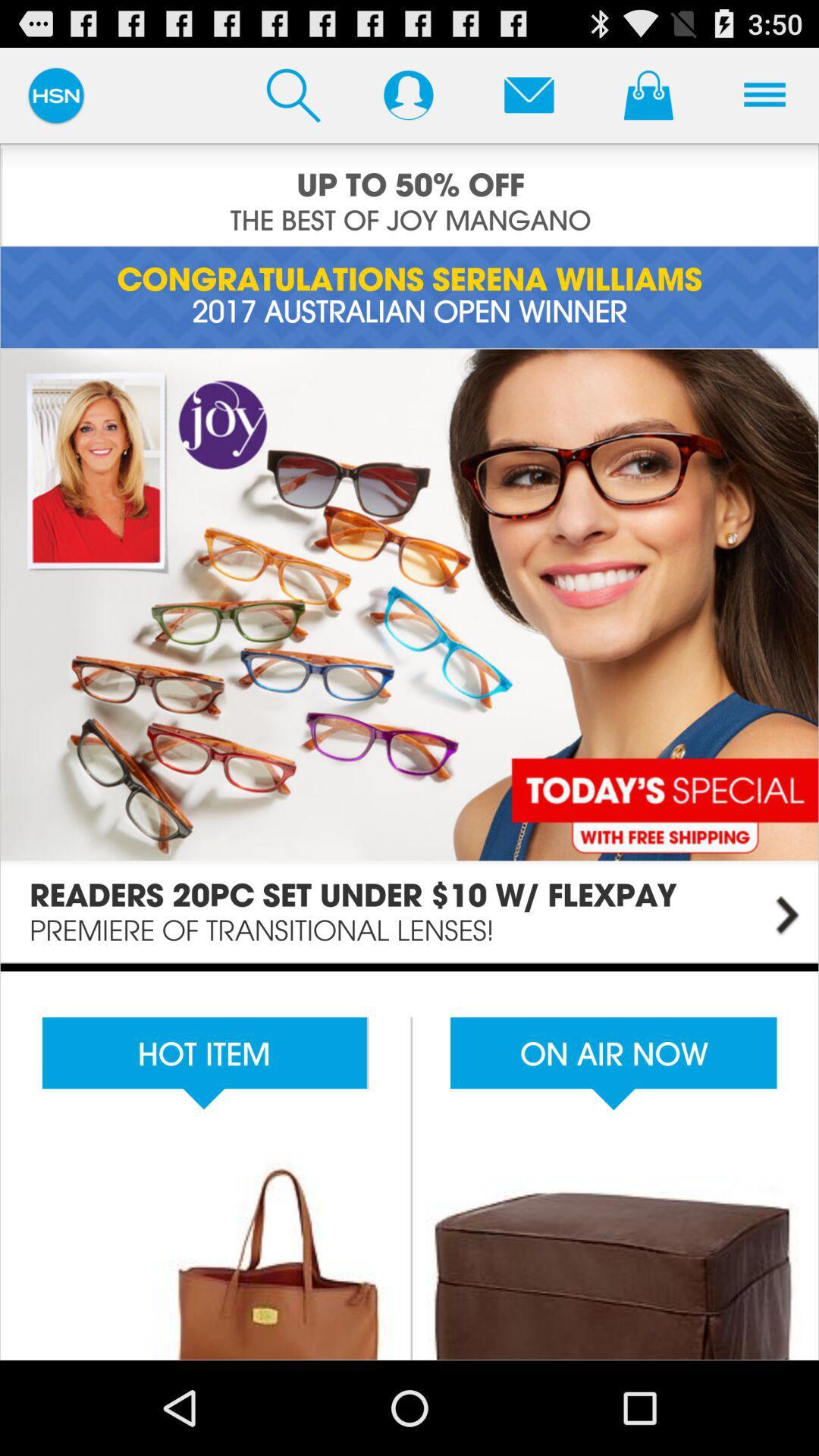 The image size is (819, 1456). Describe the element at coordinates (407, 94) in the screenshot. I see `my account` at that location.